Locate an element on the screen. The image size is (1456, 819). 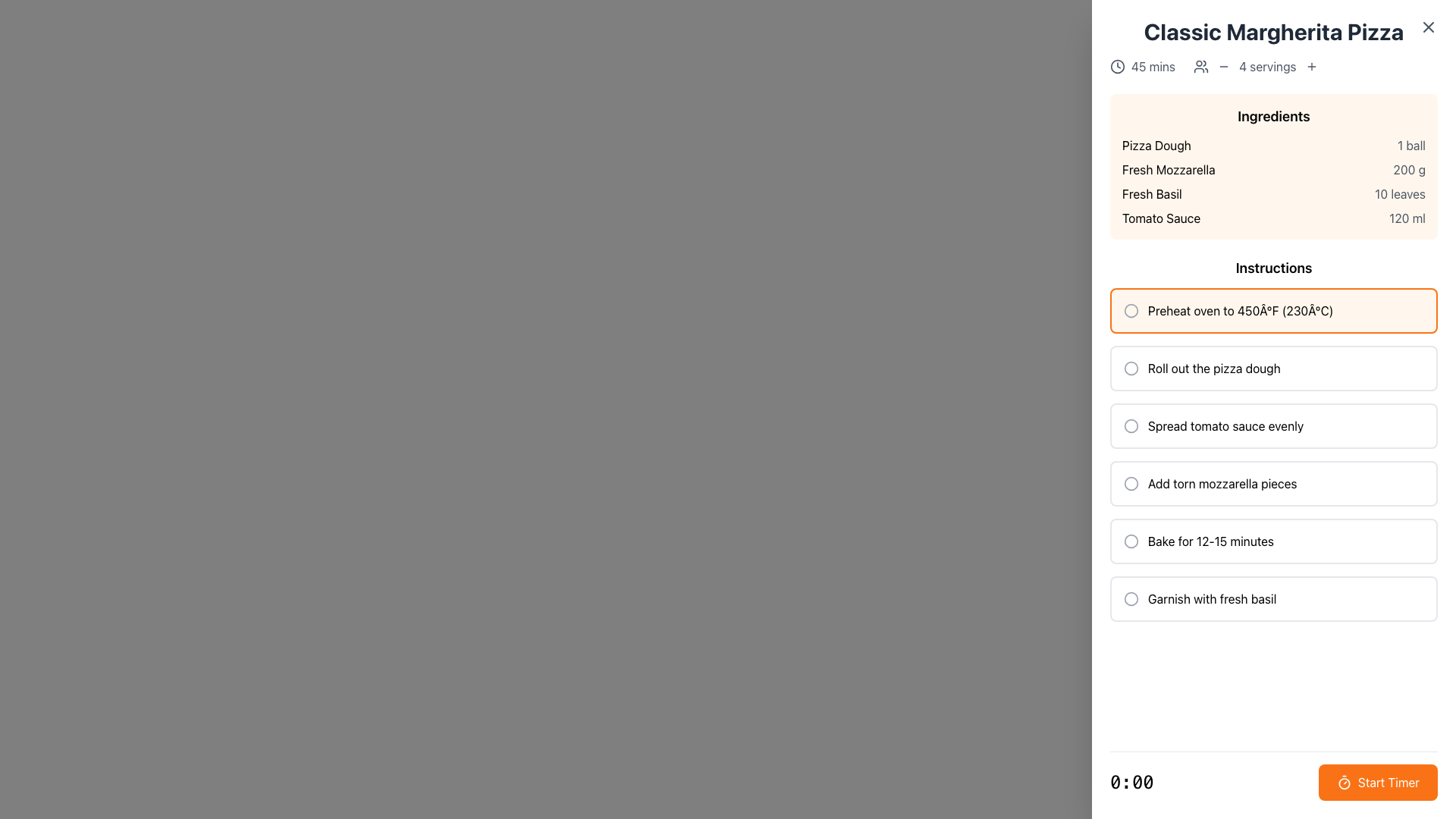
the second instructional step indicator circle that represents the status of 'Roll out the pizza dough' is located at coordinates (1131, 369).